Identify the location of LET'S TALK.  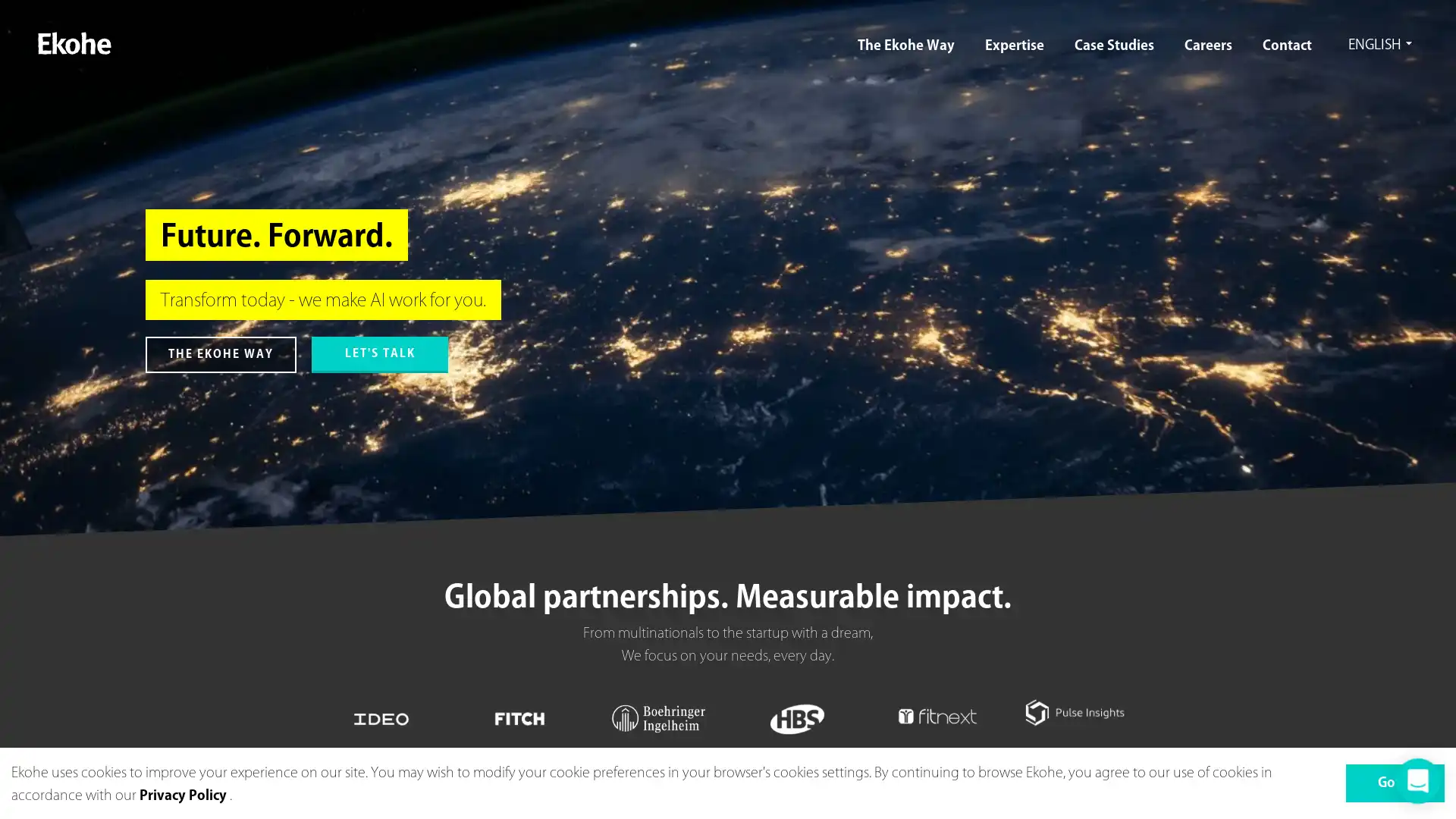
(379, 354).